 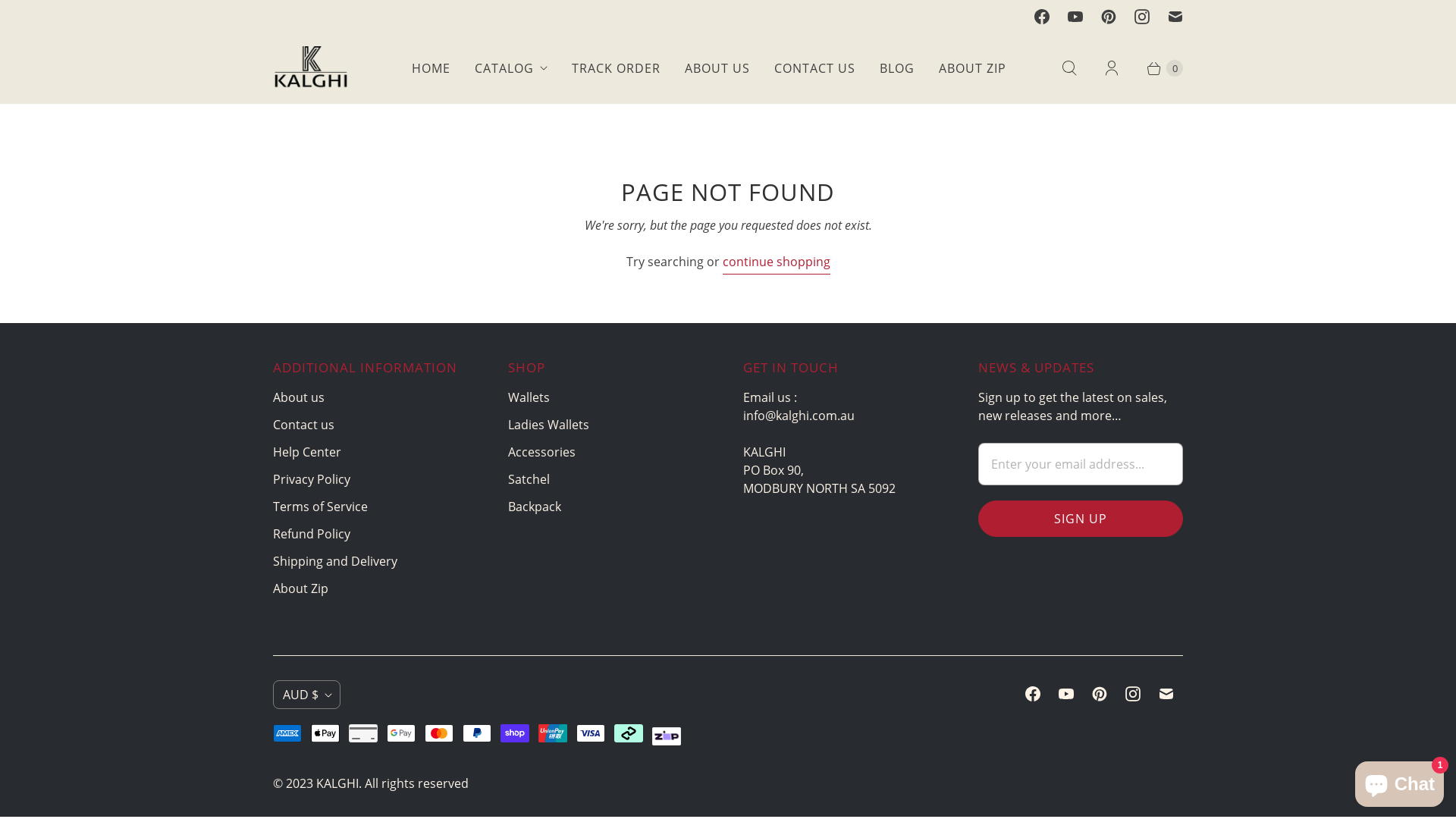 What do you see at coordinates (616, 67) in the screenshot?
I see `'TRACK ORDER'` at bounding box center [616, 67].